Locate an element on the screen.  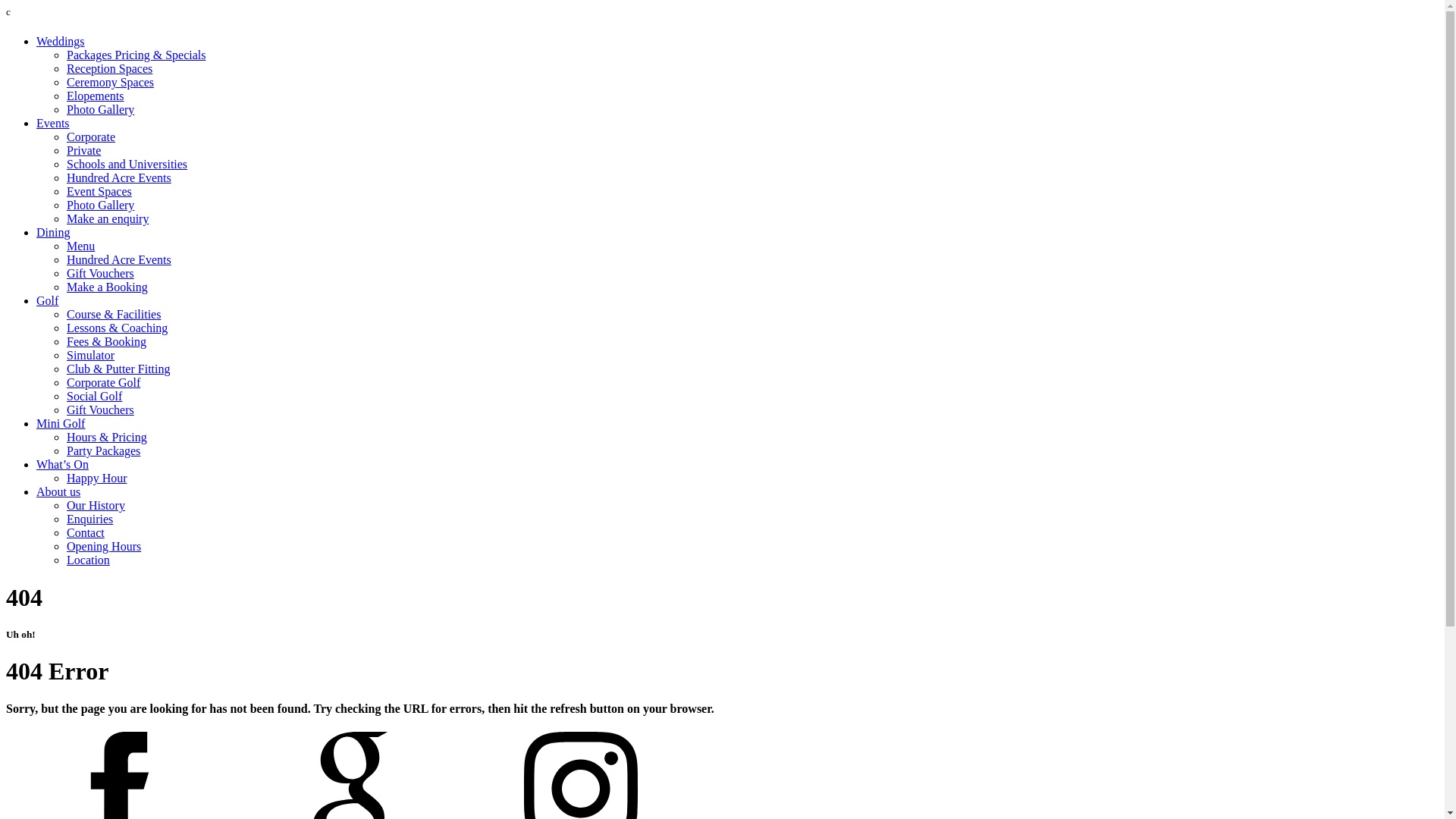
'Gift Vouchers' is located at coordinates (99, 273).